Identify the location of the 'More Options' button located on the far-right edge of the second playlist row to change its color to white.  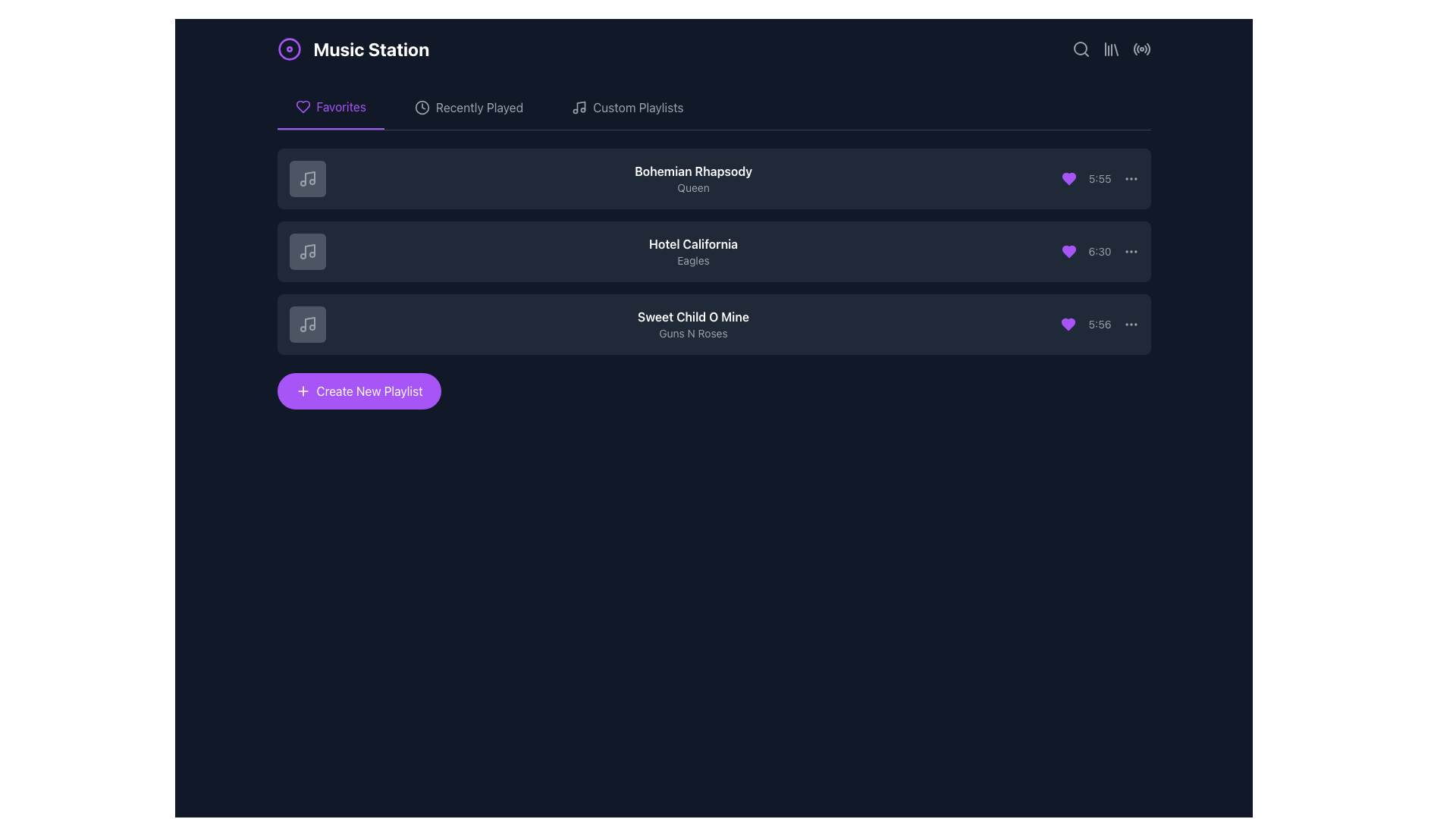
(1131, 250).